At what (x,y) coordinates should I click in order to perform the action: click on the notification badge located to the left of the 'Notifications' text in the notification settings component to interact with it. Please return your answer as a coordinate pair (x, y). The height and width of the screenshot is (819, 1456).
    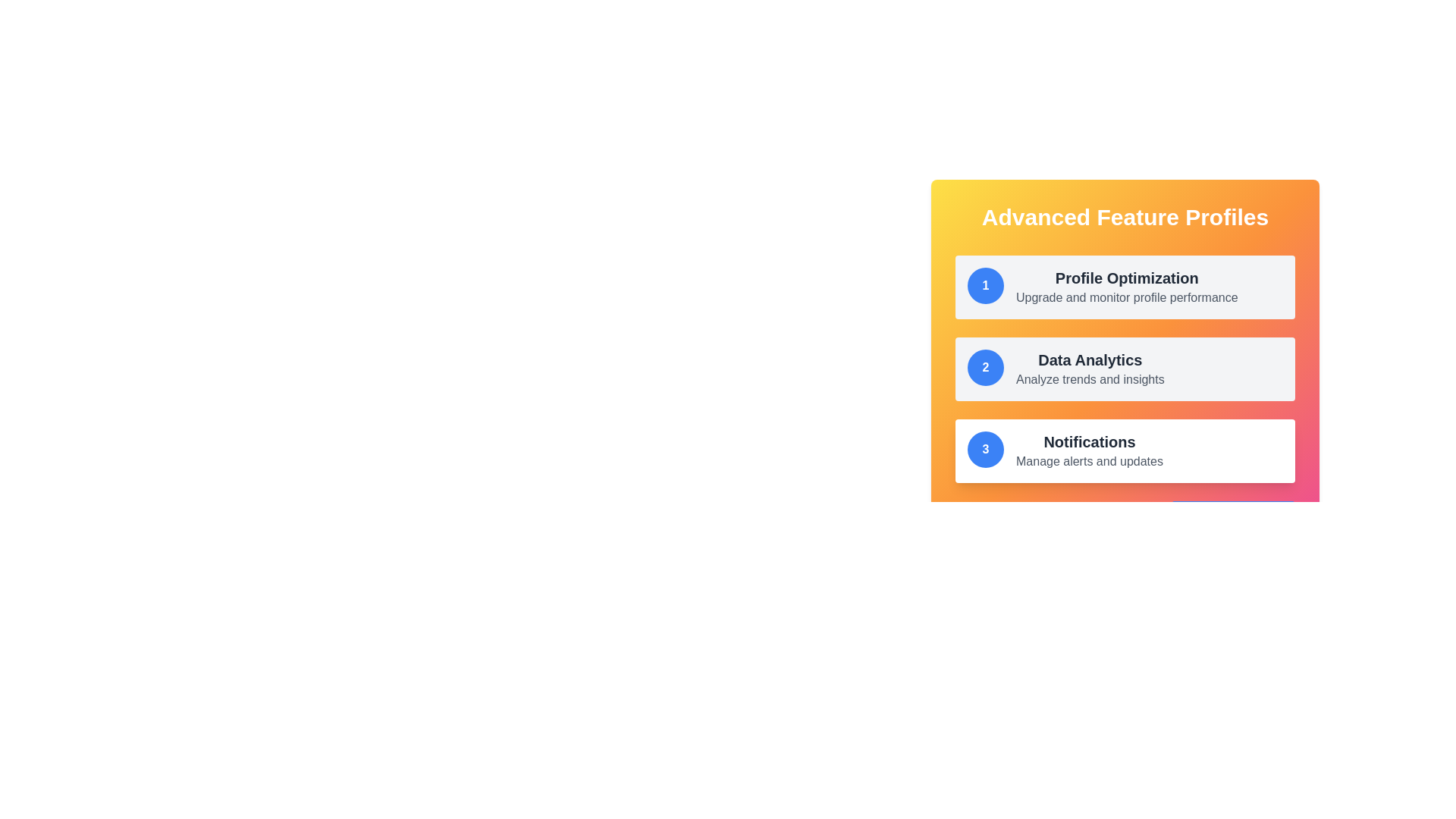
    Looking at the image, I should click on (986, 449).